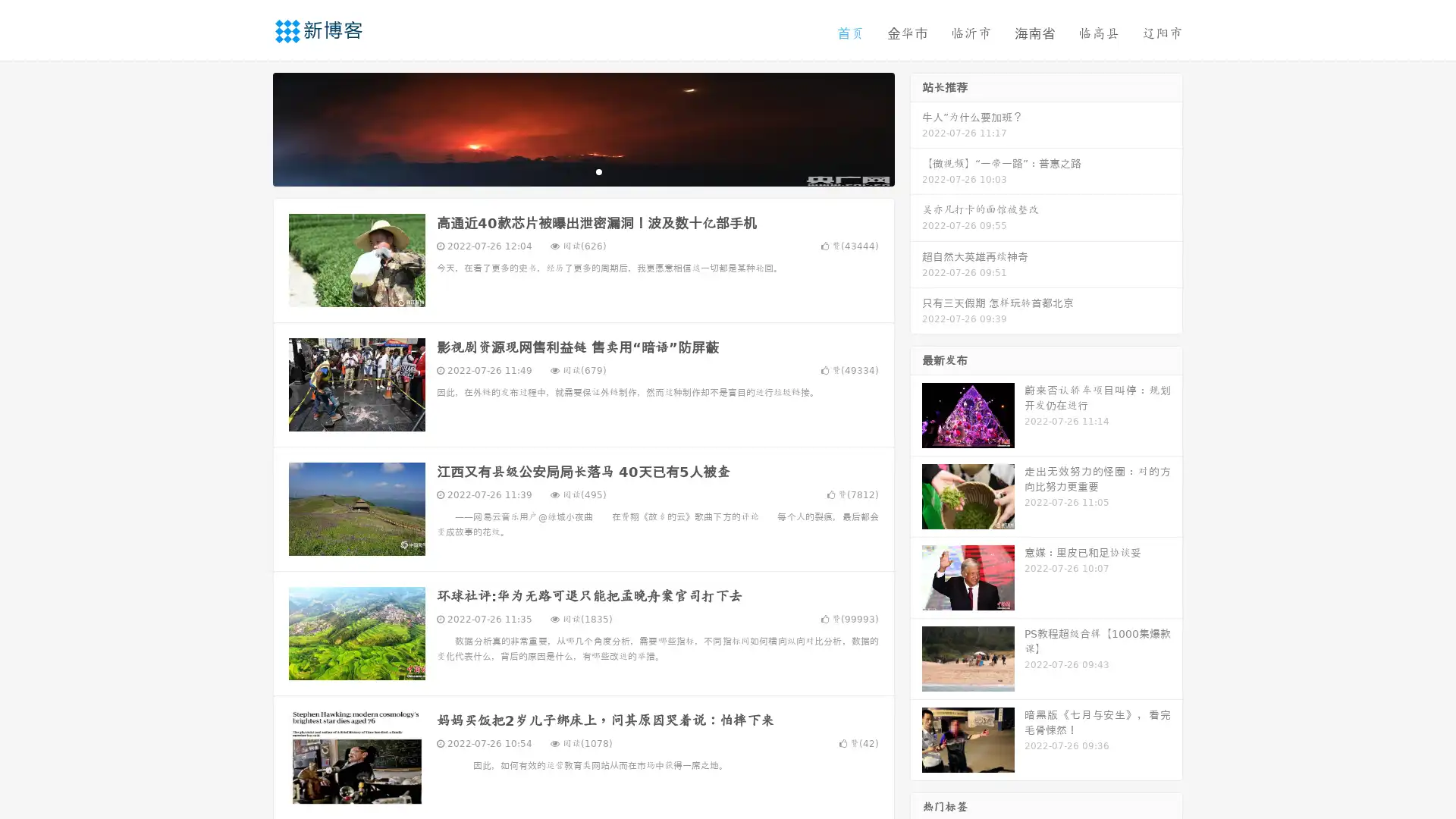 This screenshot has width=1456, height=819. Describe the element at coordinates (250, 127) in the screenshot. I see `Previous slide` at that location.